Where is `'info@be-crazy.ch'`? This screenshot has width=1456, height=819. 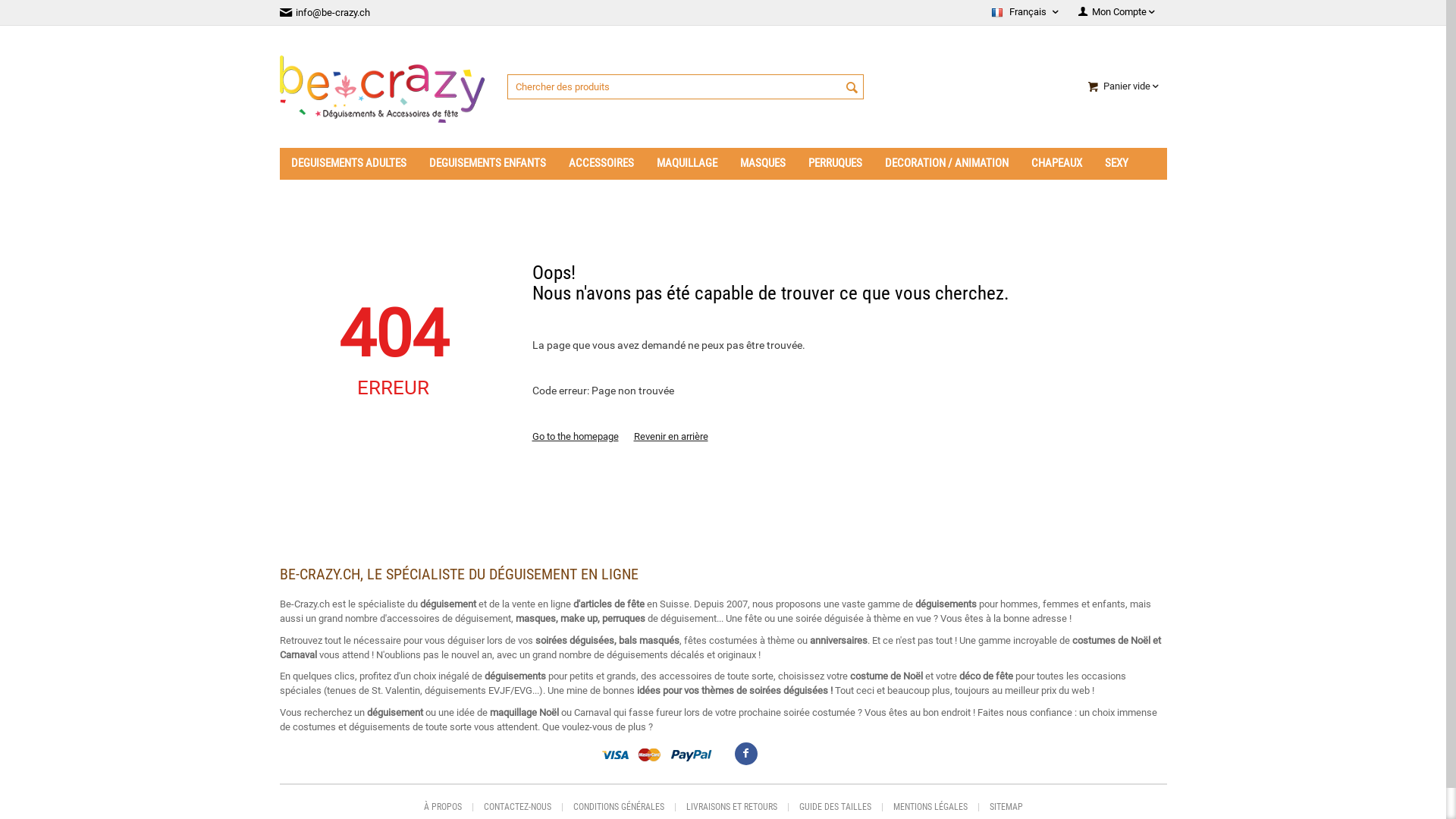
'info@be-crazy.ch' is located at coordinates (279, 12).